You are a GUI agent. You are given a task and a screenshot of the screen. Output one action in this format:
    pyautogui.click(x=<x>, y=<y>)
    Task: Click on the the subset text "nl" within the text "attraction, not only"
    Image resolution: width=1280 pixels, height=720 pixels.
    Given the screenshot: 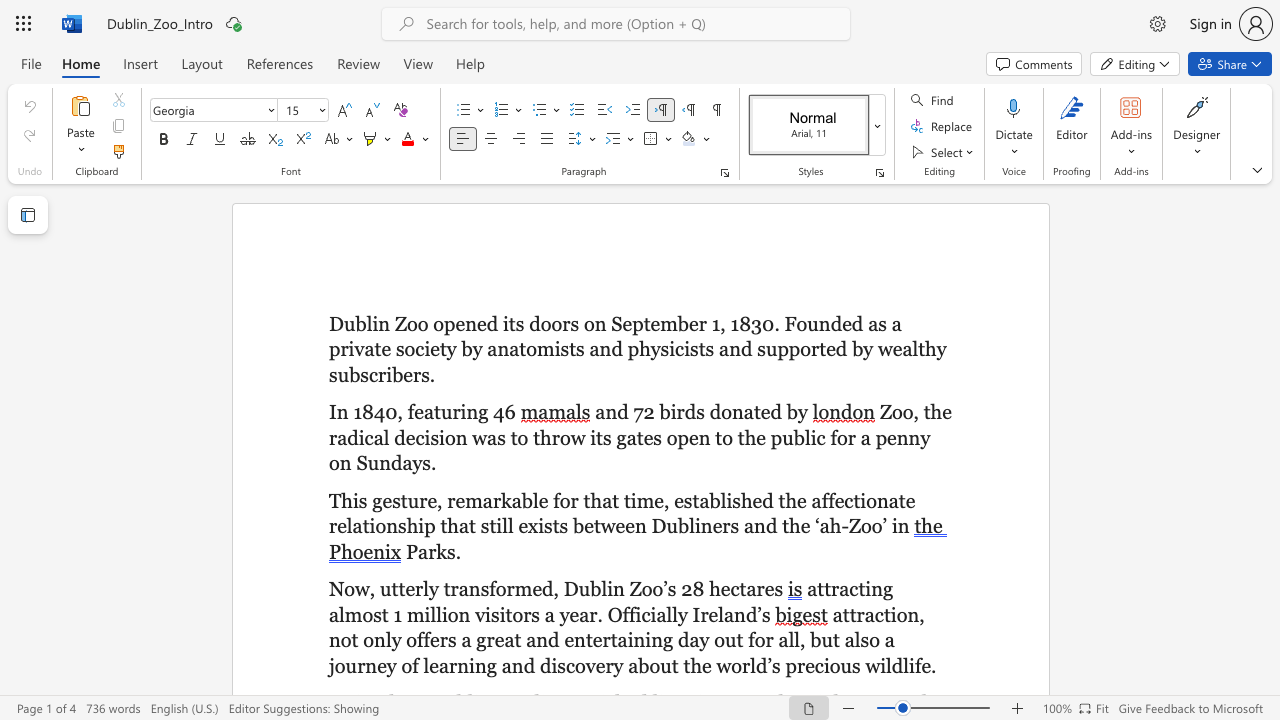 What is the action you would take?
    pyautogui.click(x=374, y=640)
    